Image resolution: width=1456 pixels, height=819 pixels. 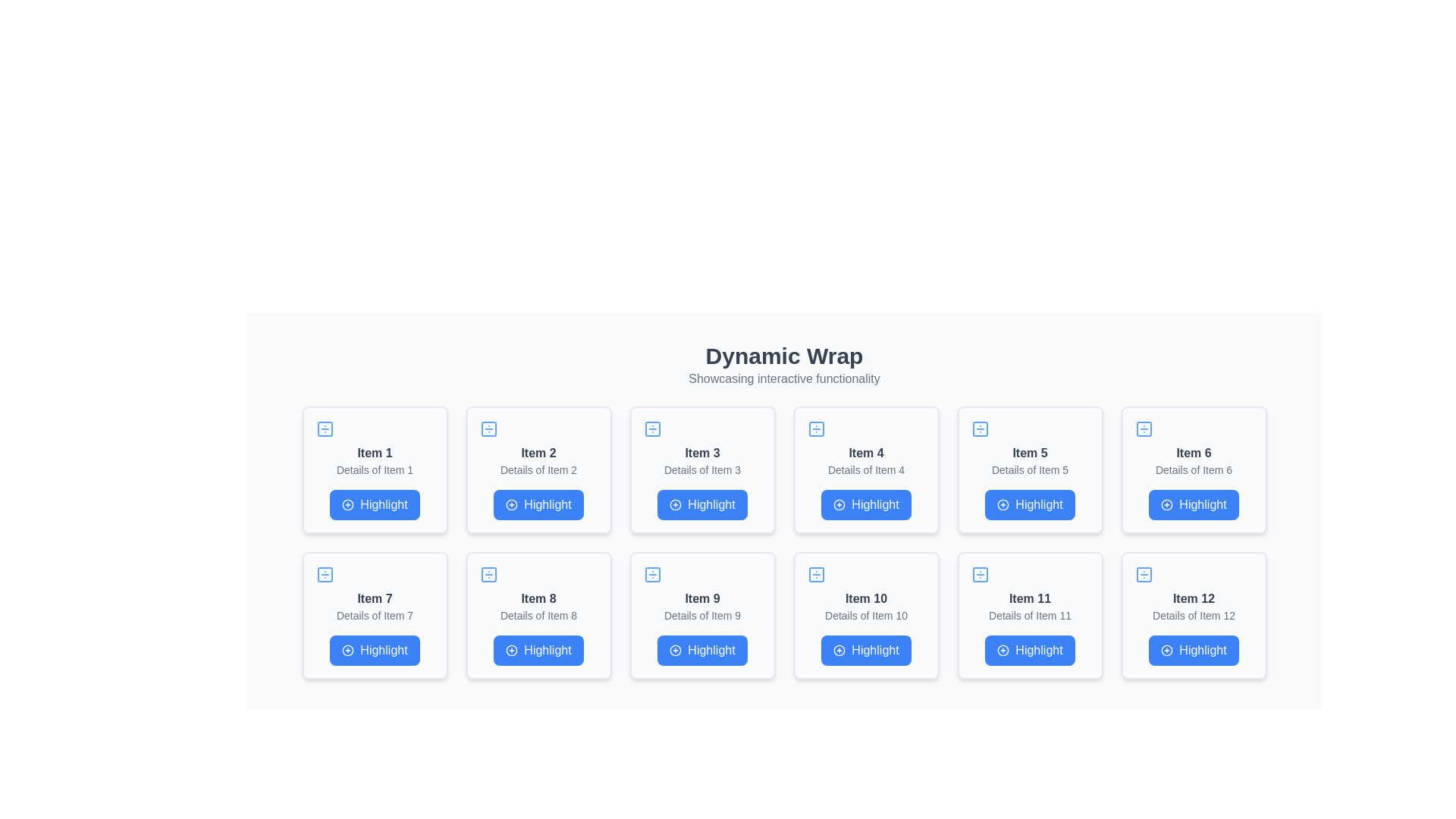 What do you see at coordinates (866, 469) in the screenshot?
I see `the text label that provides descriptive information about 'Item 4', which is located below the title 'Item 4' and above the blue 'Highlight' button` at bounding box center [866, 469].